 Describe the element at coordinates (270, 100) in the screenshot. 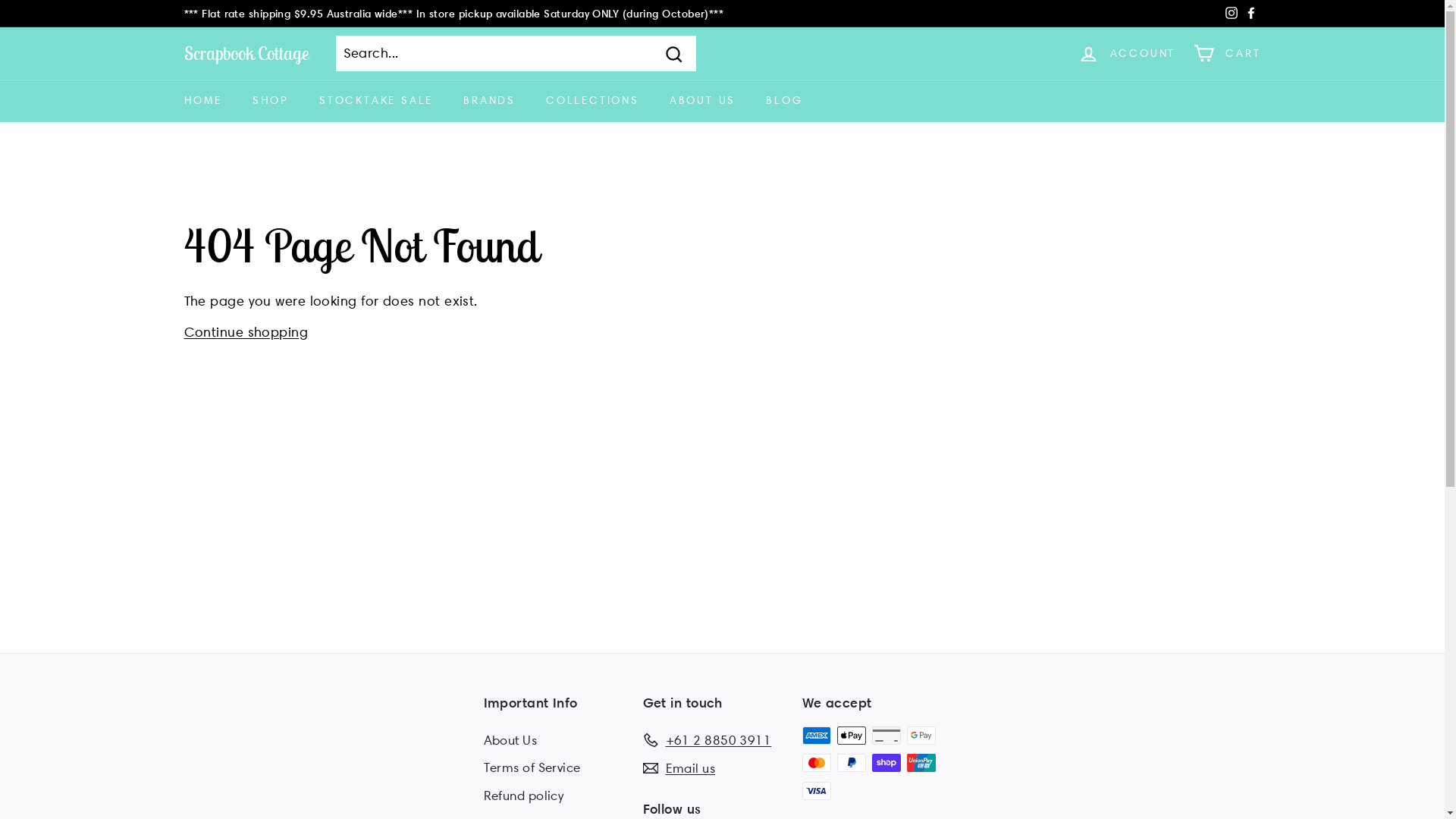

I see `'SHOP'` at that location.